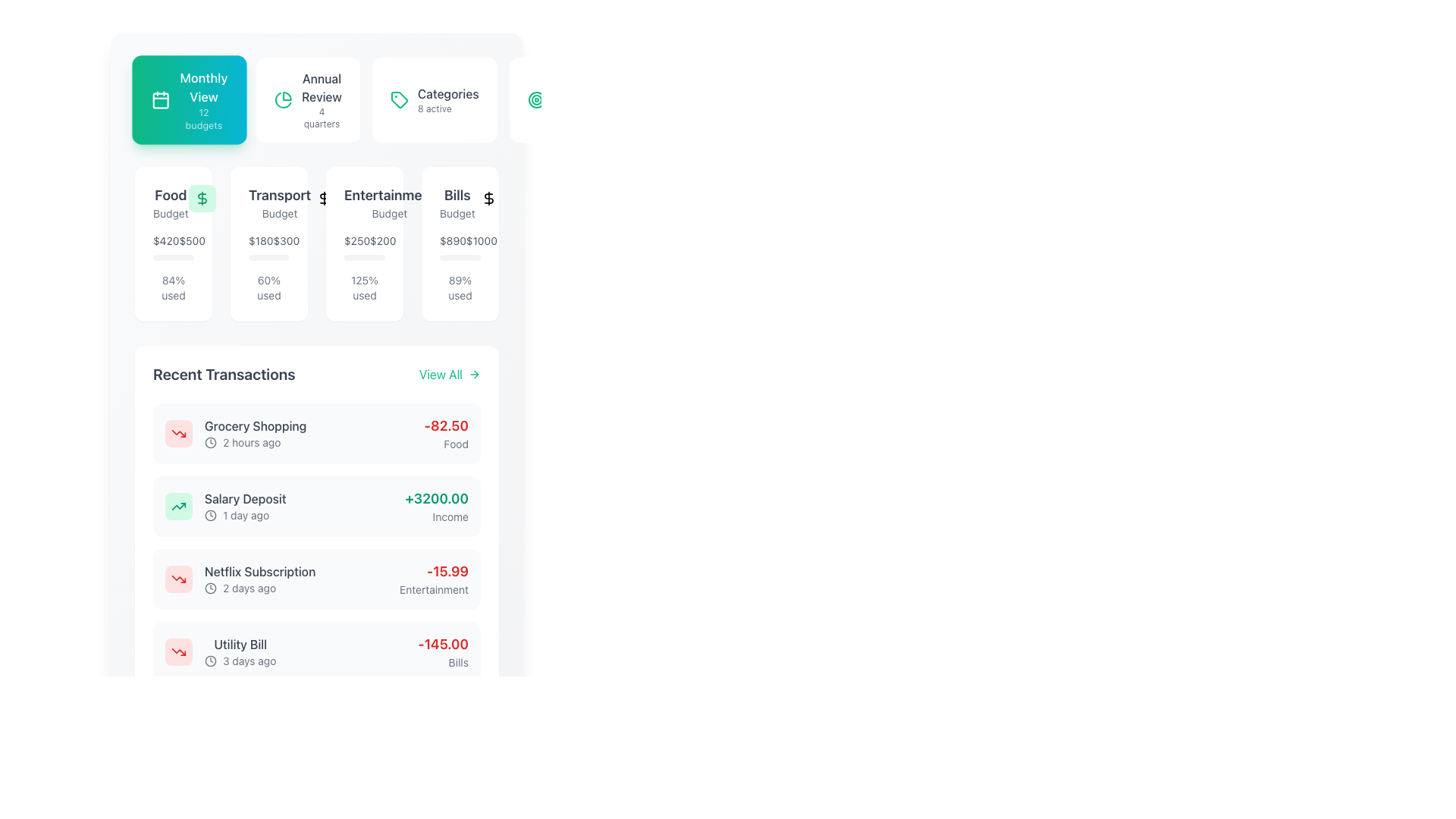 Image resolution: width=1456 pixels, height=819 pixels. What do you see at coordinates (315, 651) in the screenshot?
I see `the 'Utility Bill' transaction entry in the 'Recent Transactions' section` at bounding box center [315, 651].